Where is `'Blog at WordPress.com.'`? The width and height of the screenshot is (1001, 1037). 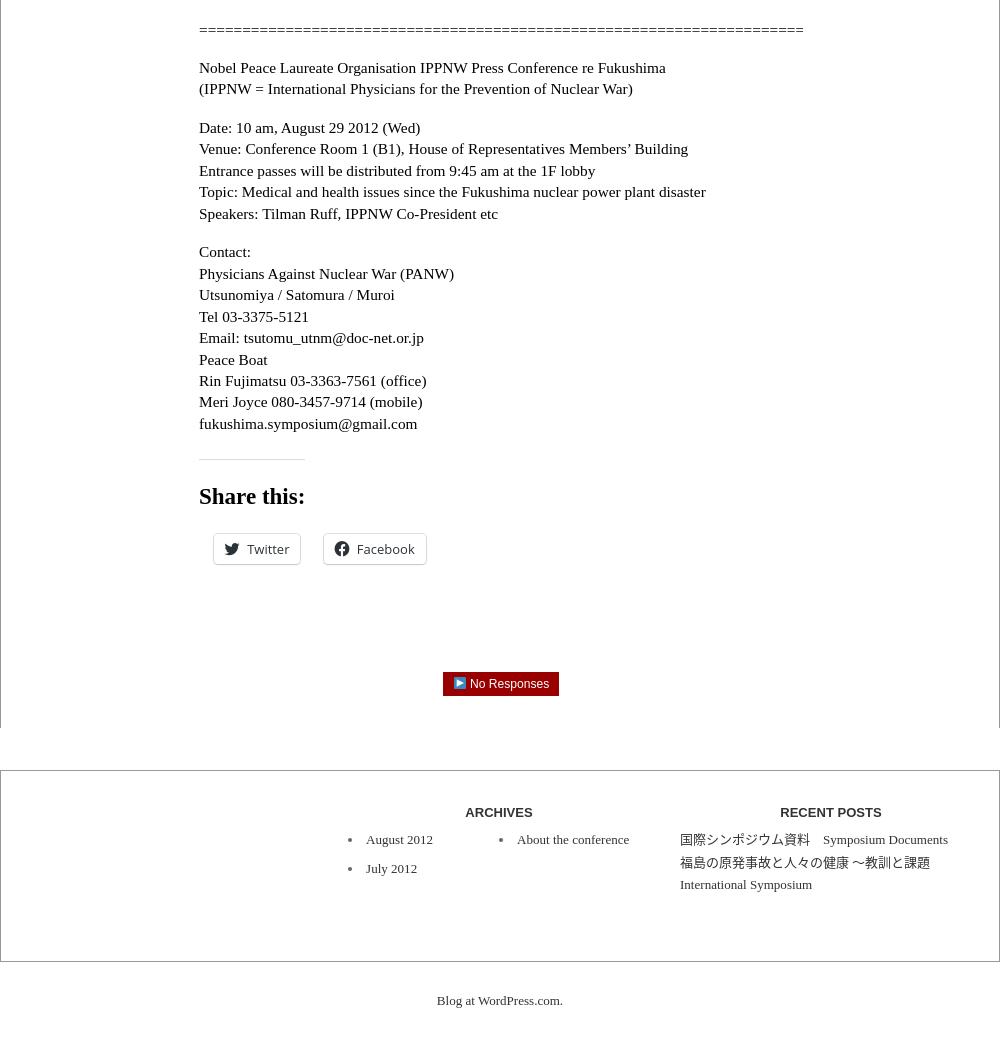 'Blog at WordPress.com.' is located at coordinates (499, 1000).